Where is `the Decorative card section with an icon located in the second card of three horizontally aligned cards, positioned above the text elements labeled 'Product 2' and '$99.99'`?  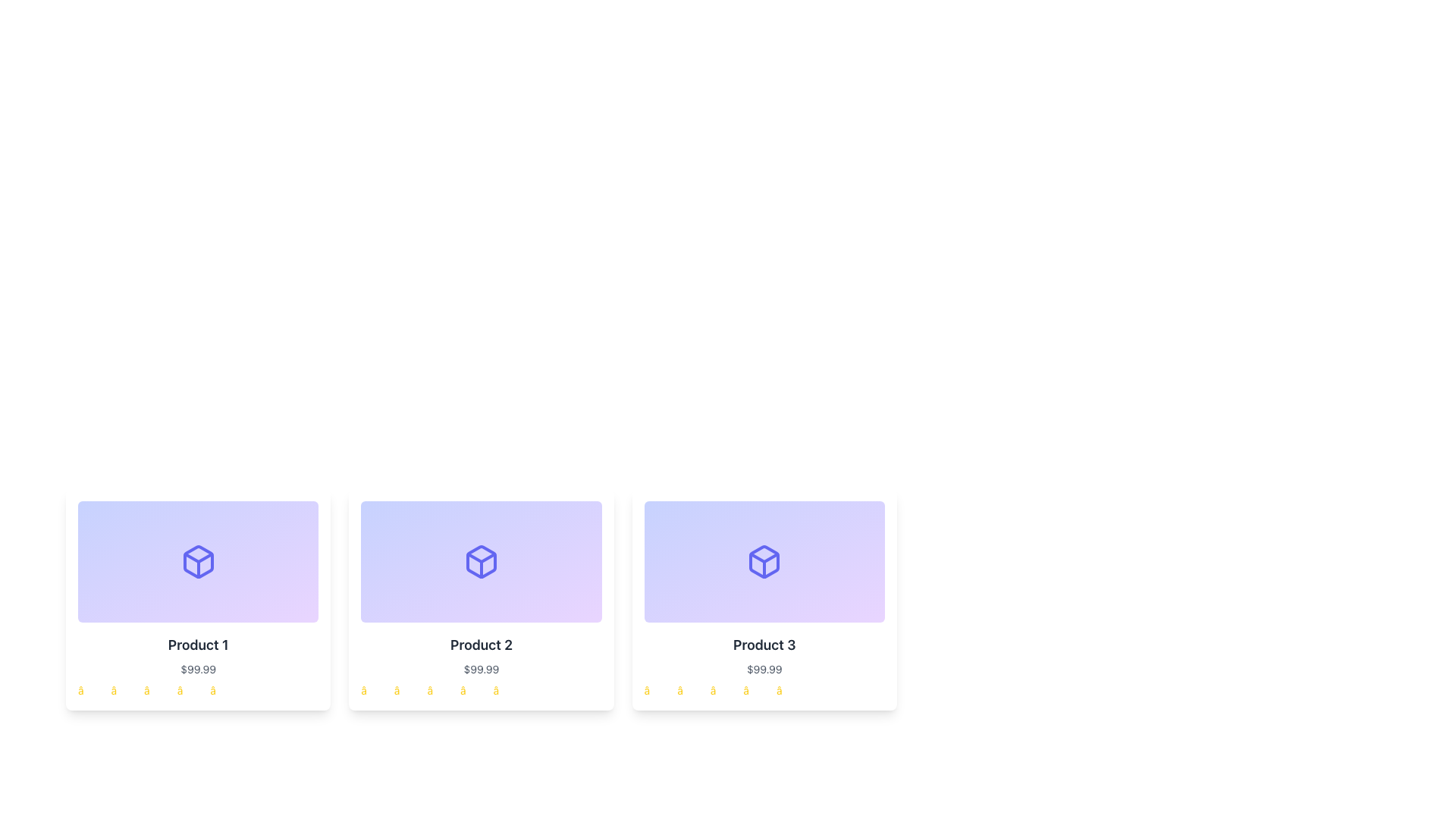
the Decorative card section with an icon located in the second card of three horizontally aligned cards, positioned above the text elements labeled 'Product 2' and '$99.99' is located at coordinates (480, 561).